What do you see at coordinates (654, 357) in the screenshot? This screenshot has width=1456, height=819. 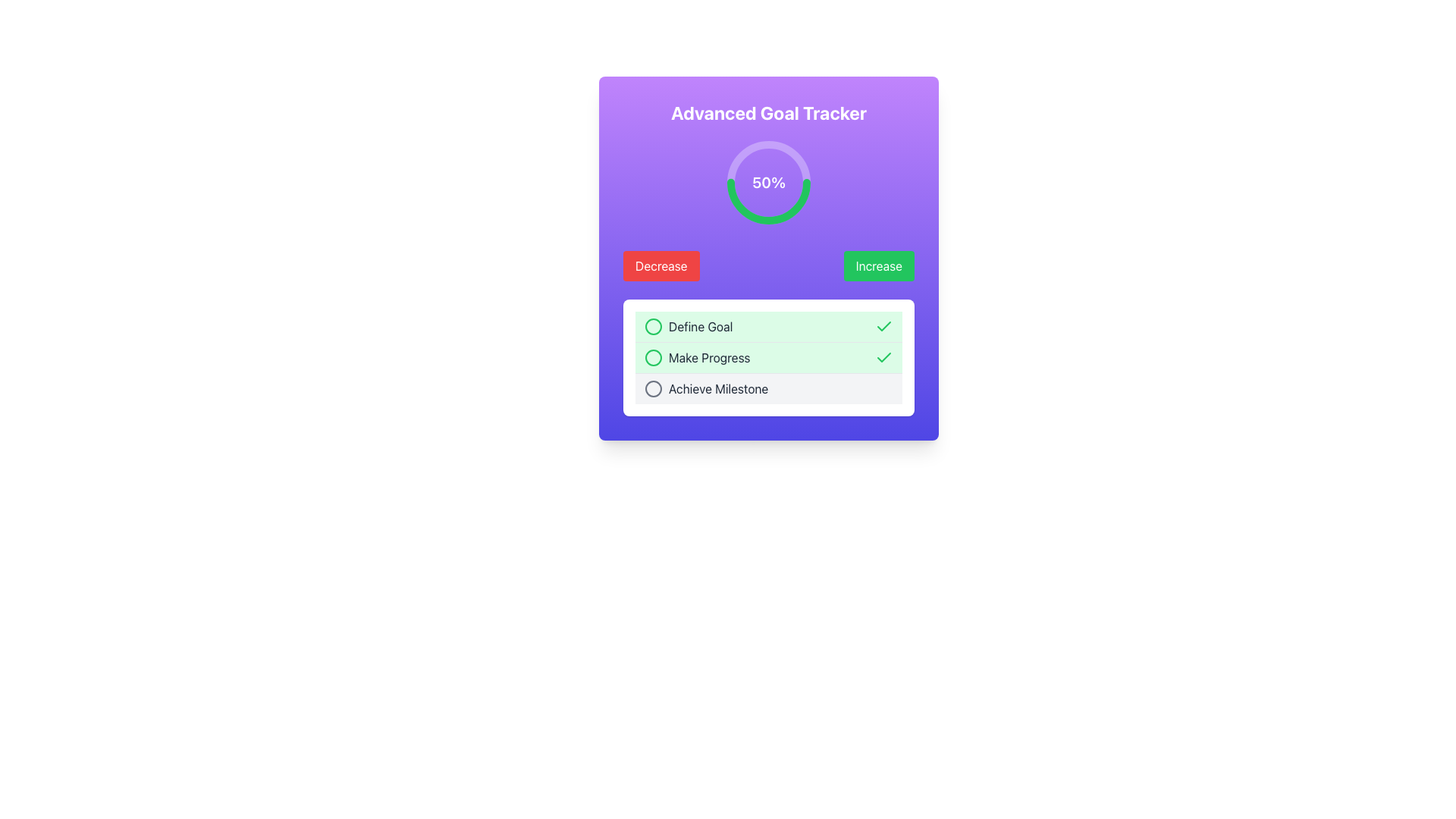 I see `the second circular checkbox or radio button indicating the status of the 'Make Progress' task within a card-like group with a purple background` at bounding box center [654, 357].